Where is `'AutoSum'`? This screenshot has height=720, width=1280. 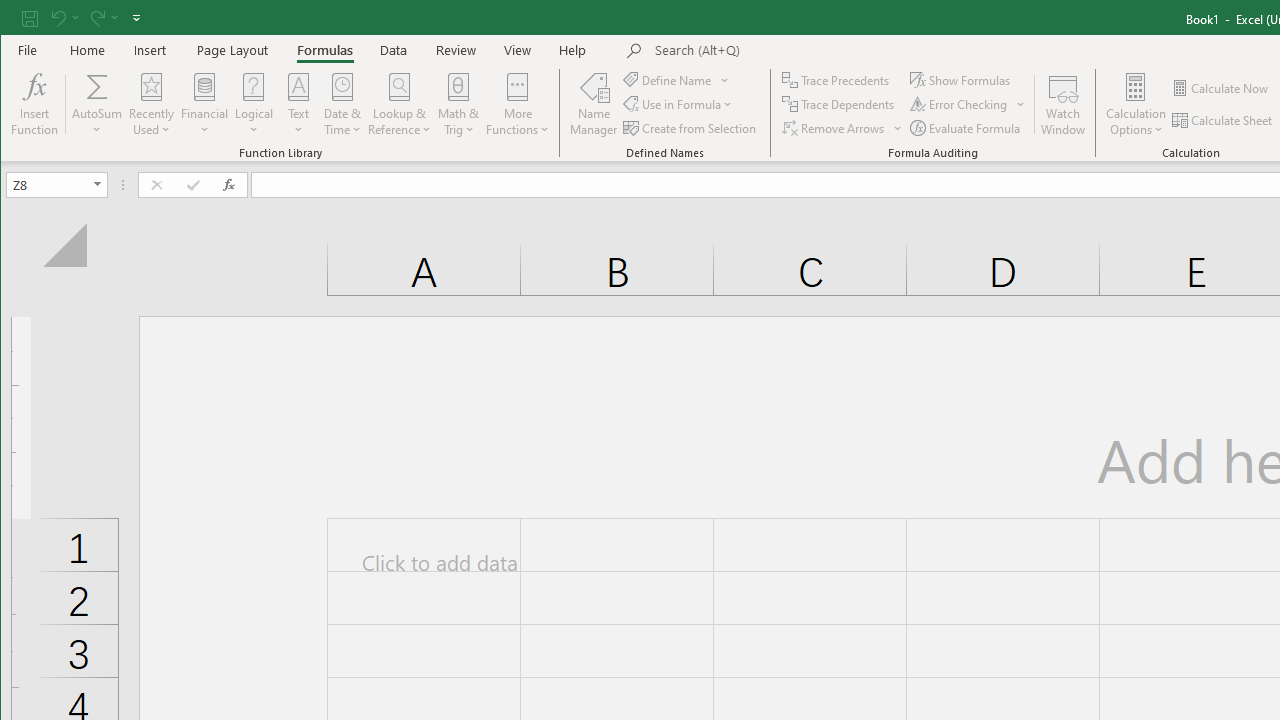 'AutoSum' is located at coordinates (96, 104).